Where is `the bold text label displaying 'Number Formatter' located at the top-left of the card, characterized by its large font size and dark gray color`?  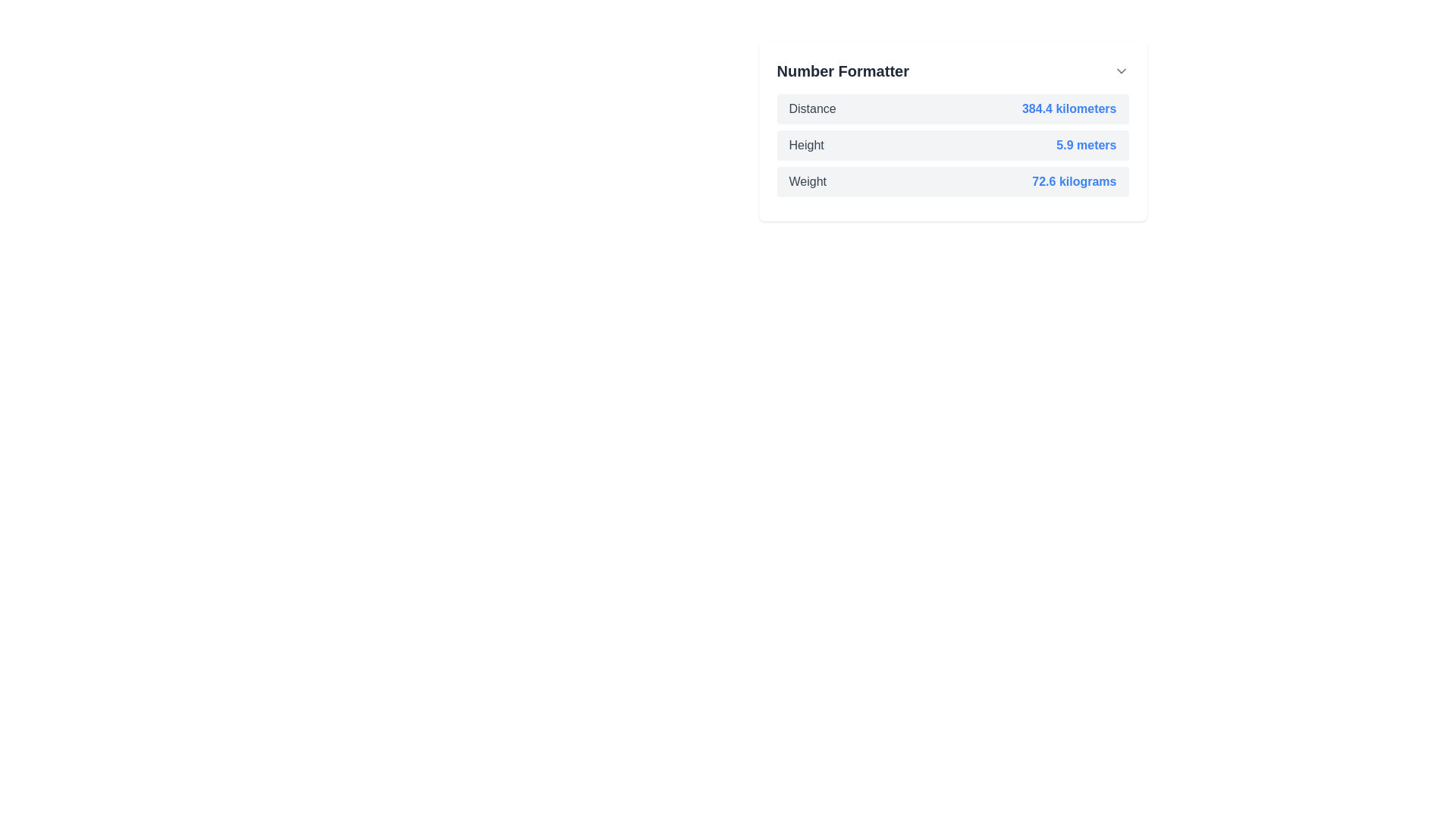
the bold text label displaying 'Number Formatter' located at the top-left of the card, characterized by its large font size and dark gray color is located at coordinates (842, 71).